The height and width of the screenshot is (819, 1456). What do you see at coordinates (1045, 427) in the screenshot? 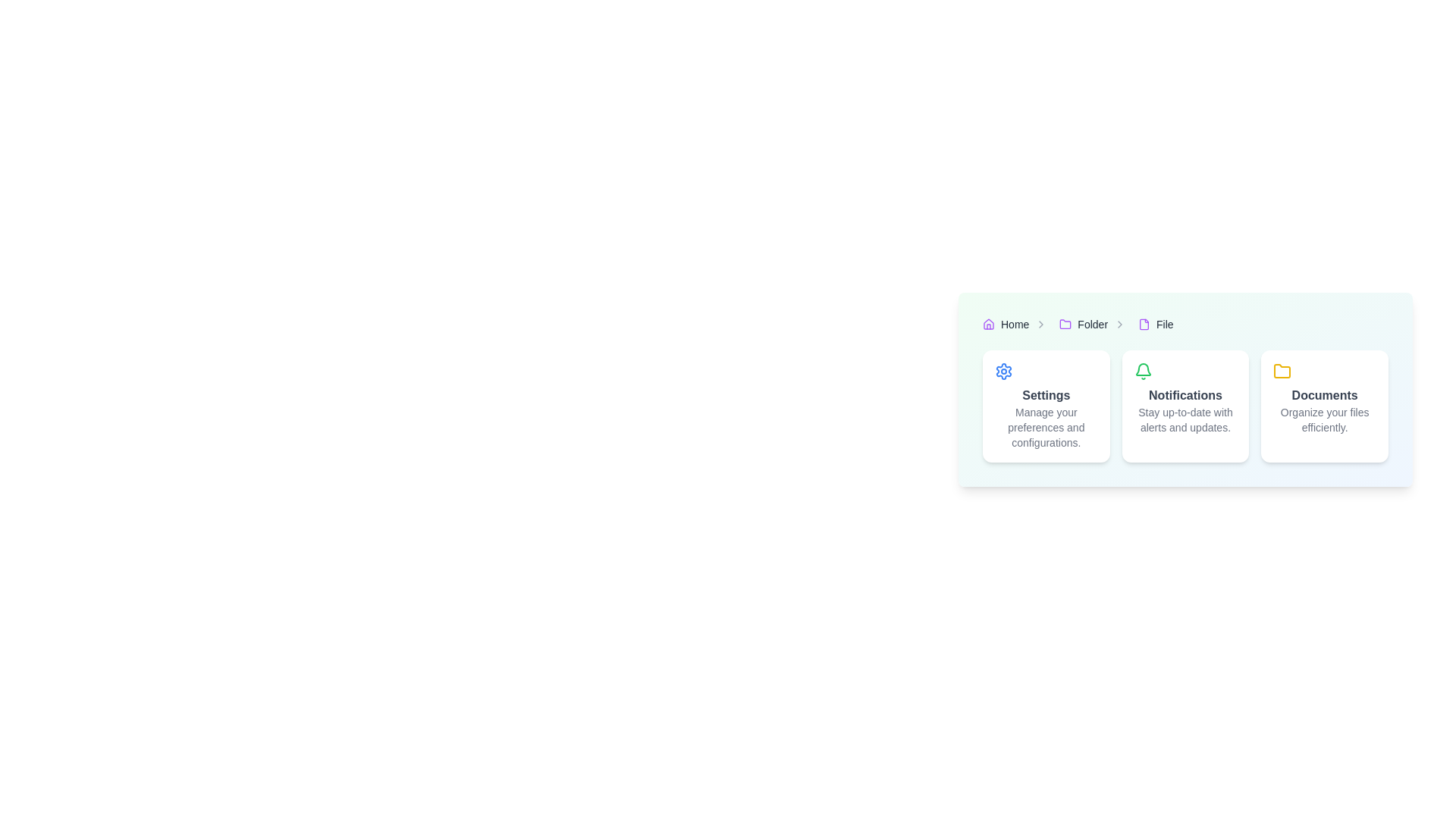
I see `information provided in the text label that says 'Manage your preferences and configurations.' located below the 'Settings' title text` at bounding box center [1045, 427].